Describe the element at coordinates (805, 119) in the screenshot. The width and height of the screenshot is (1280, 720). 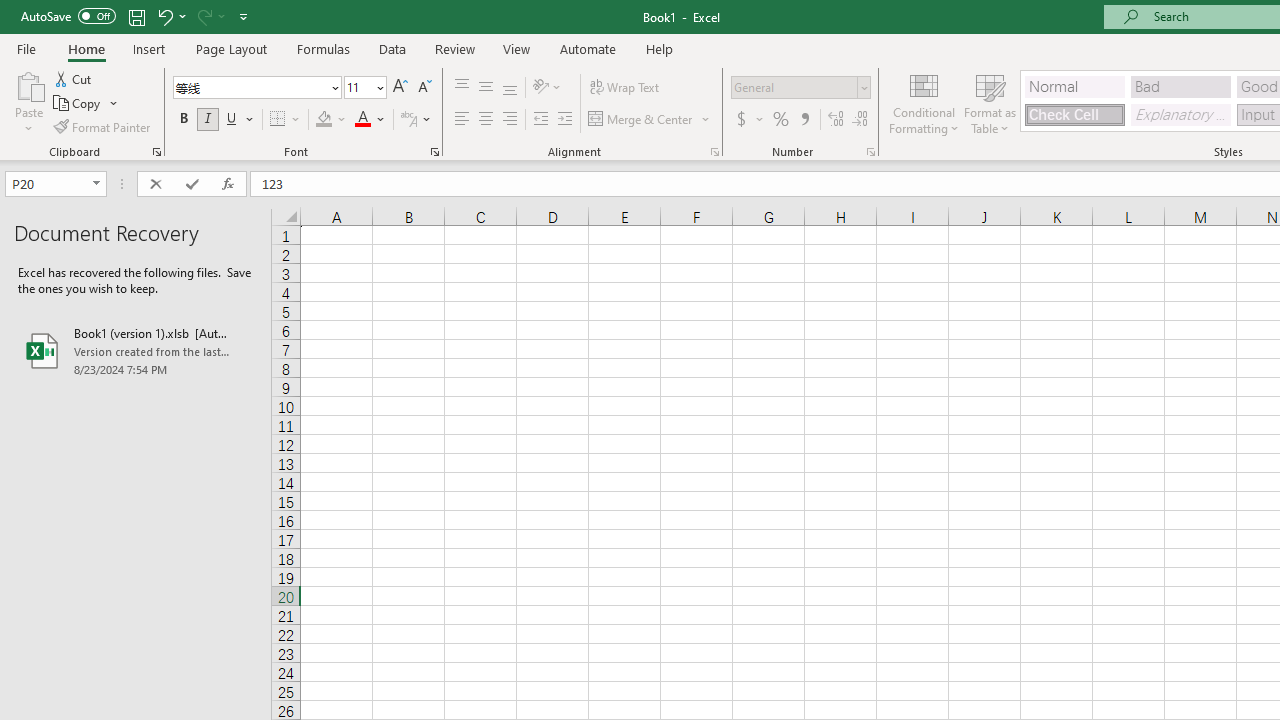
I see `'Comma Style'` at that location.